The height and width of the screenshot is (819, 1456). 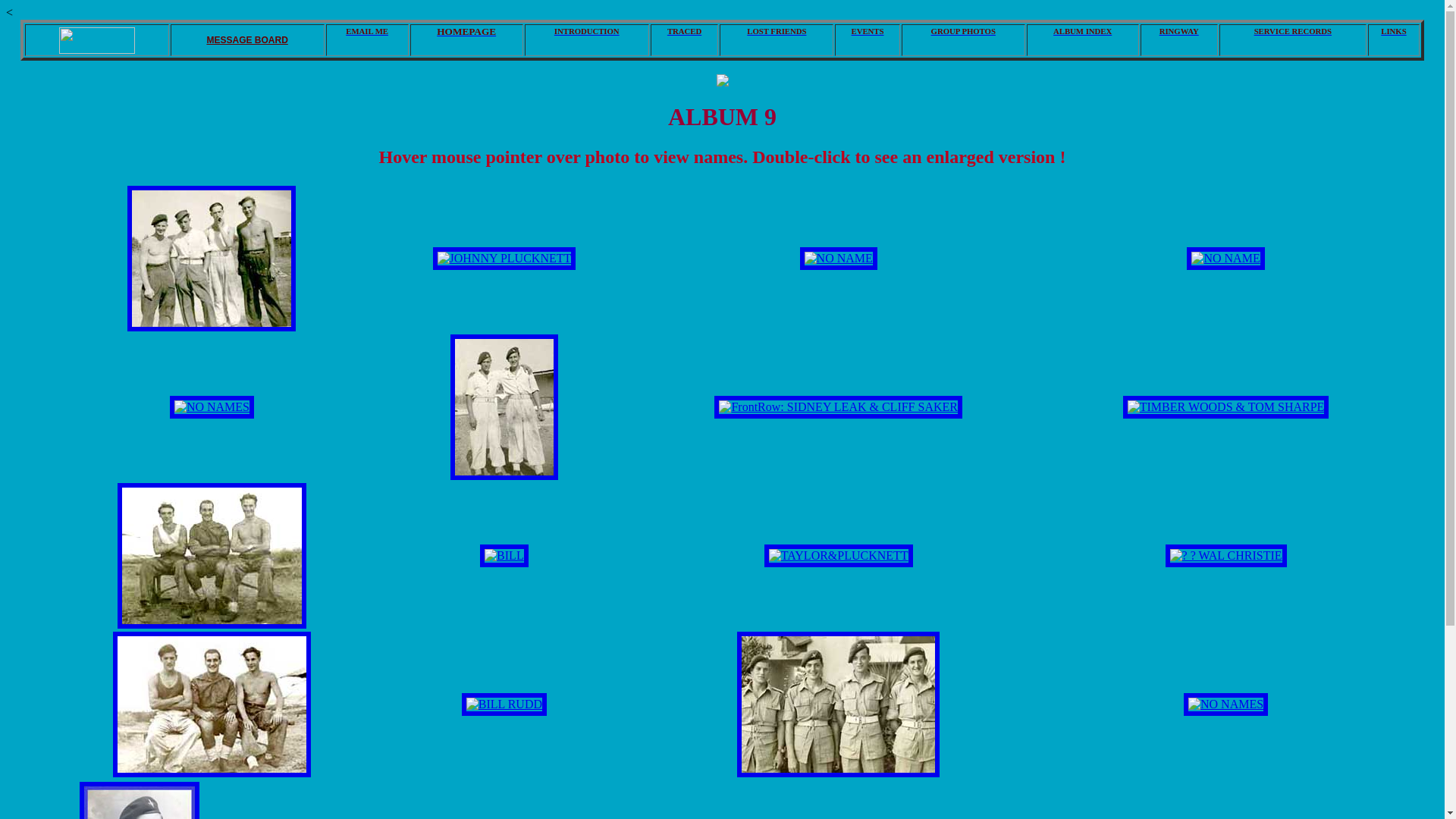 I want to click on 'HOMEPAGE', so click(x=466, y=32).